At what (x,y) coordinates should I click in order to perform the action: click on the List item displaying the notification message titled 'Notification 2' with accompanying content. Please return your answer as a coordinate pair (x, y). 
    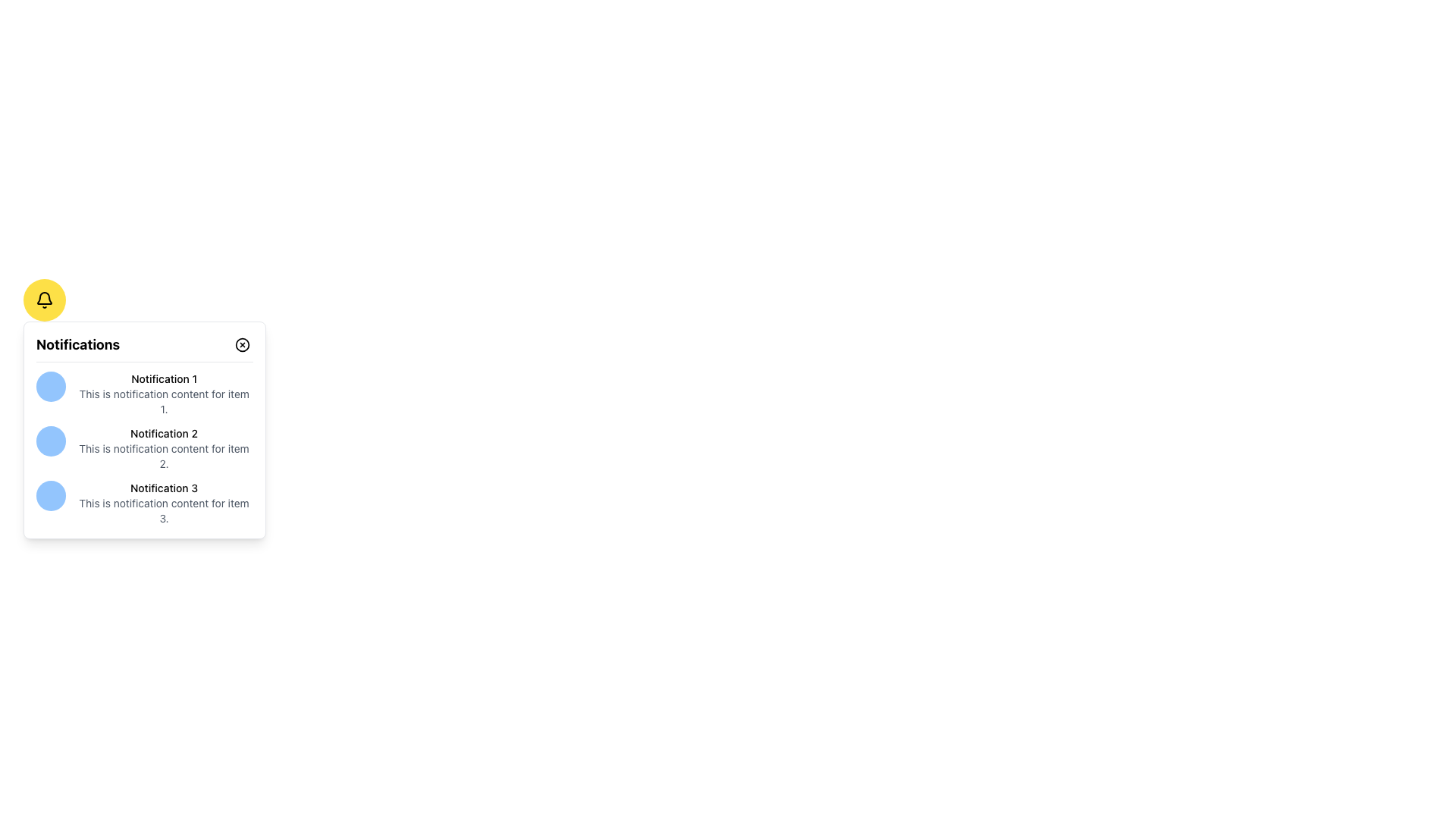
    Looking at the image, I should click on (164, 447).